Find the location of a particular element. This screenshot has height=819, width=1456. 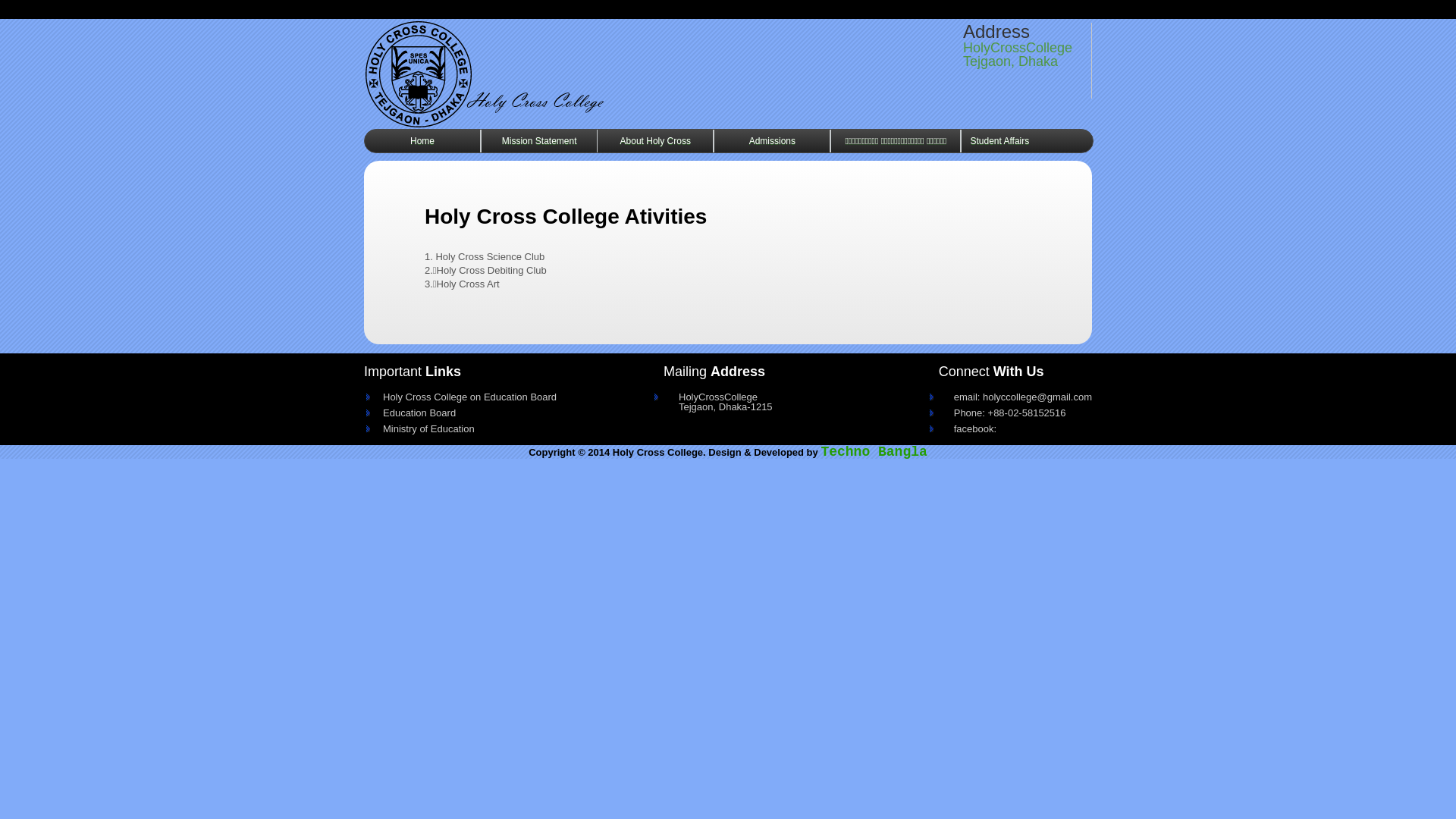

'Ministry of Education' is located at coordinates (491, 425).